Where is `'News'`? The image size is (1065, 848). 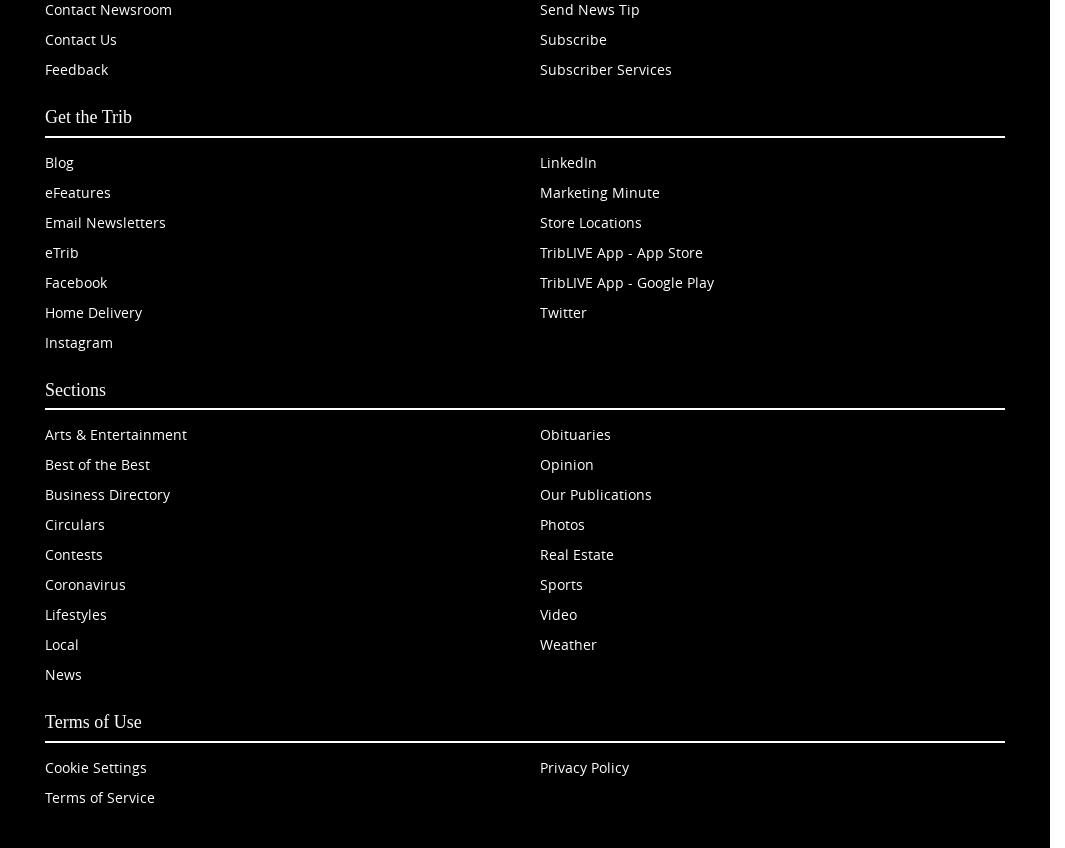
'News' is located at coordinates (62, 673).